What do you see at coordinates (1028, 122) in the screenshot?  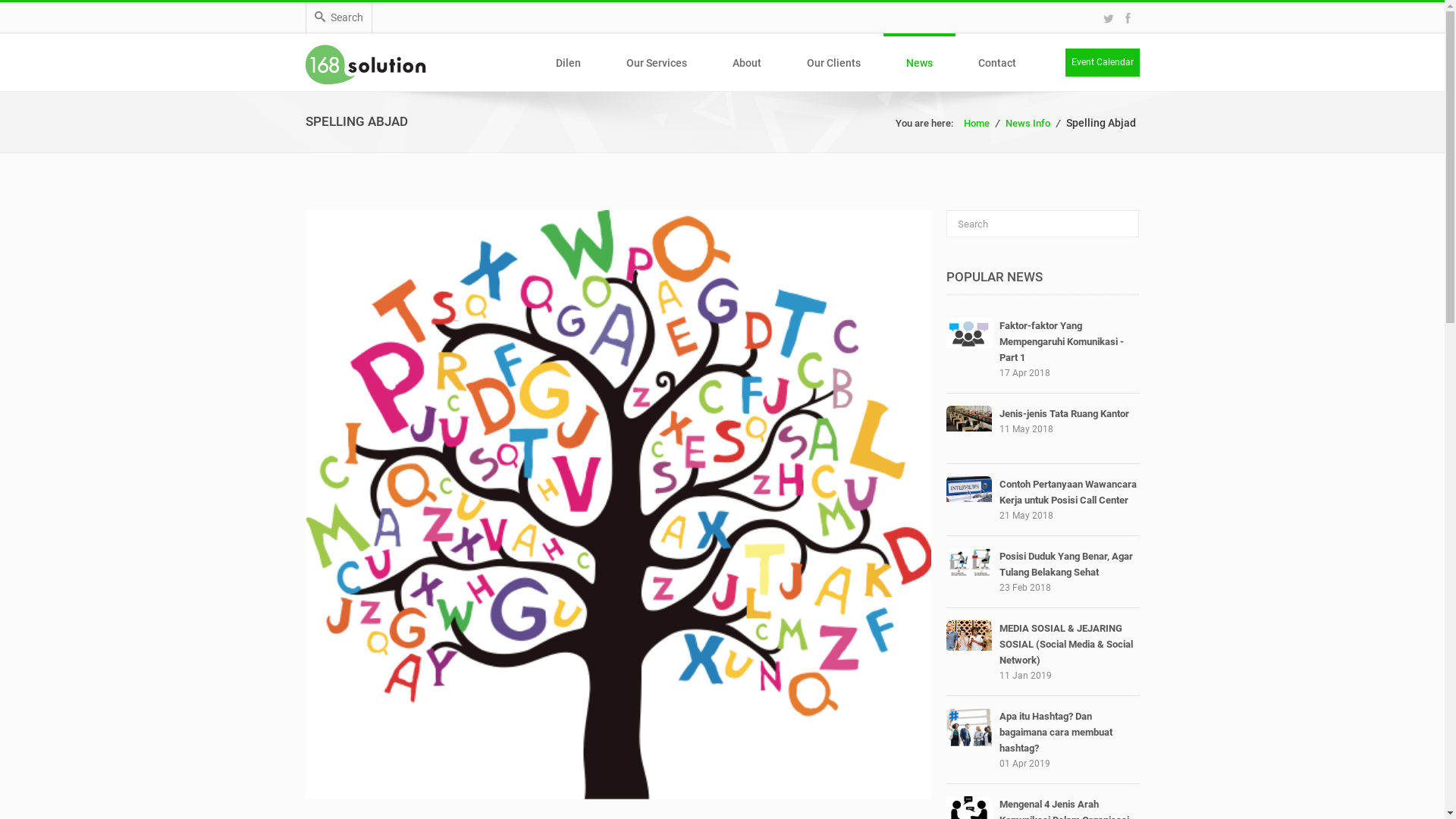 I see `'News Info'` at bounding box center [1028, 122].